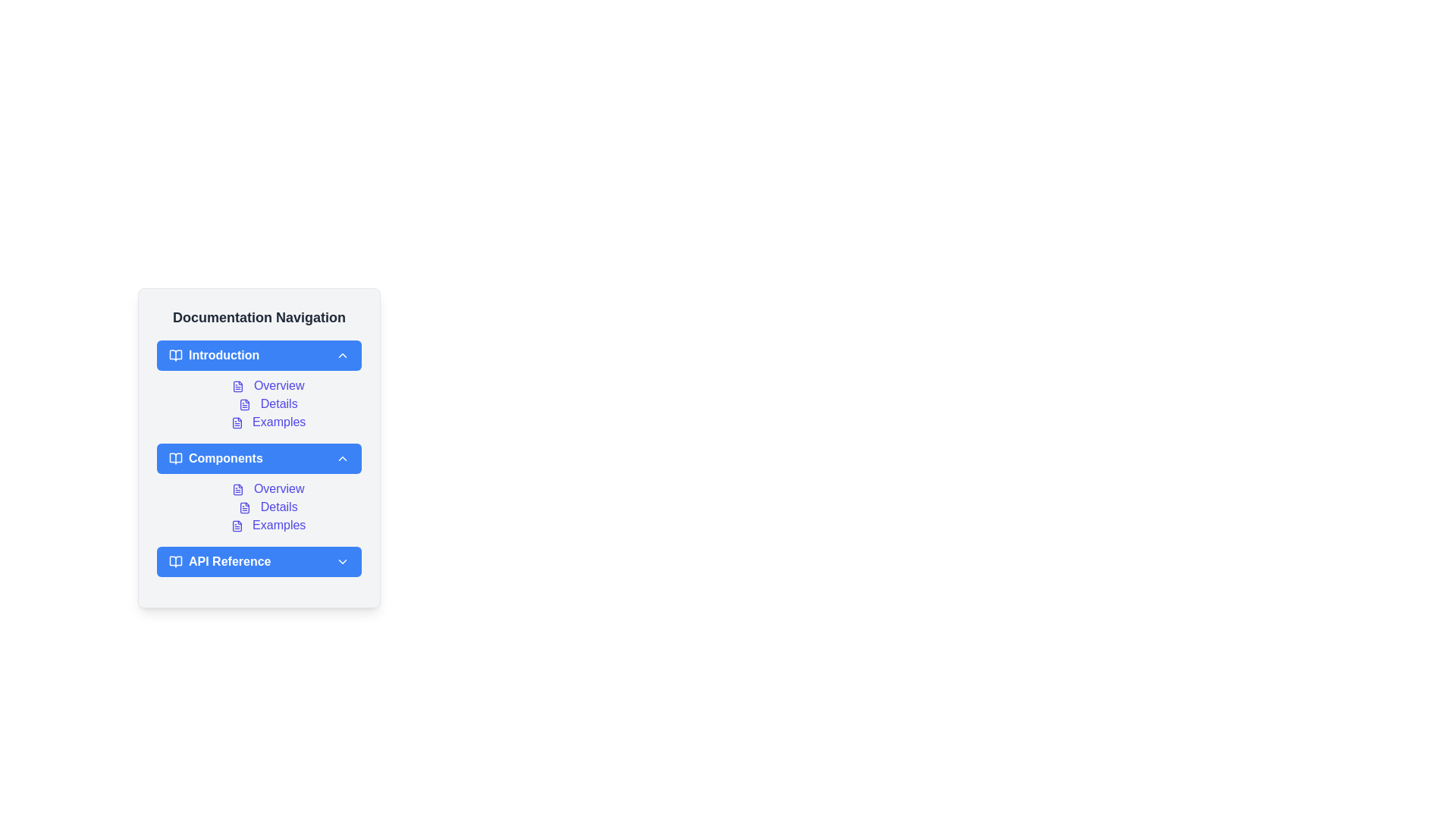 The image size is (1456, 819). I want to click on the 'Details' hyperlink, which is the second item under the 'Introduction' section, so click(268, 403).